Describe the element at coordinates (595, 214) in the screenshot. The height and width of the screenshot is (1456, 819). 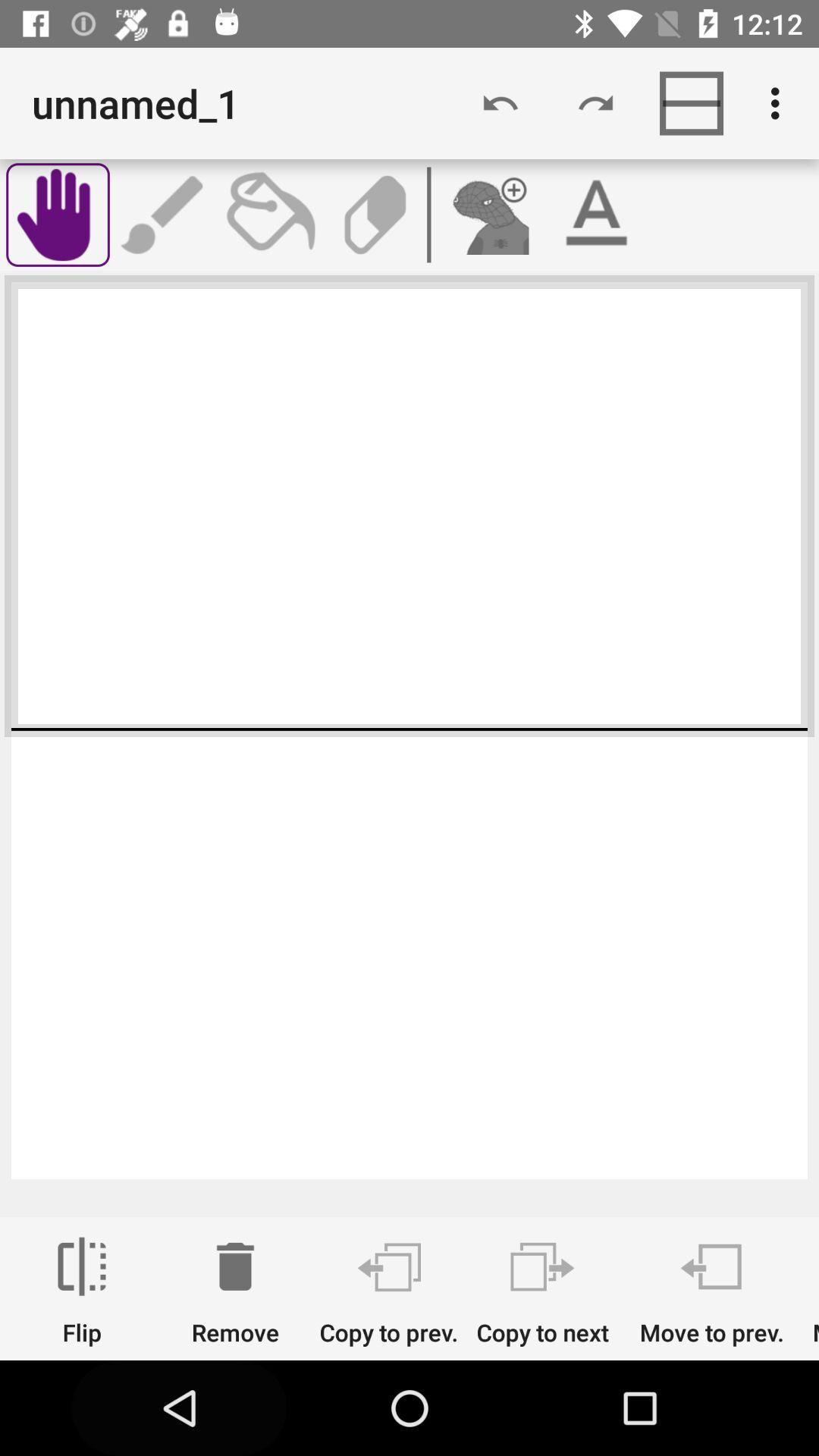
I see `underline a word` at that location.